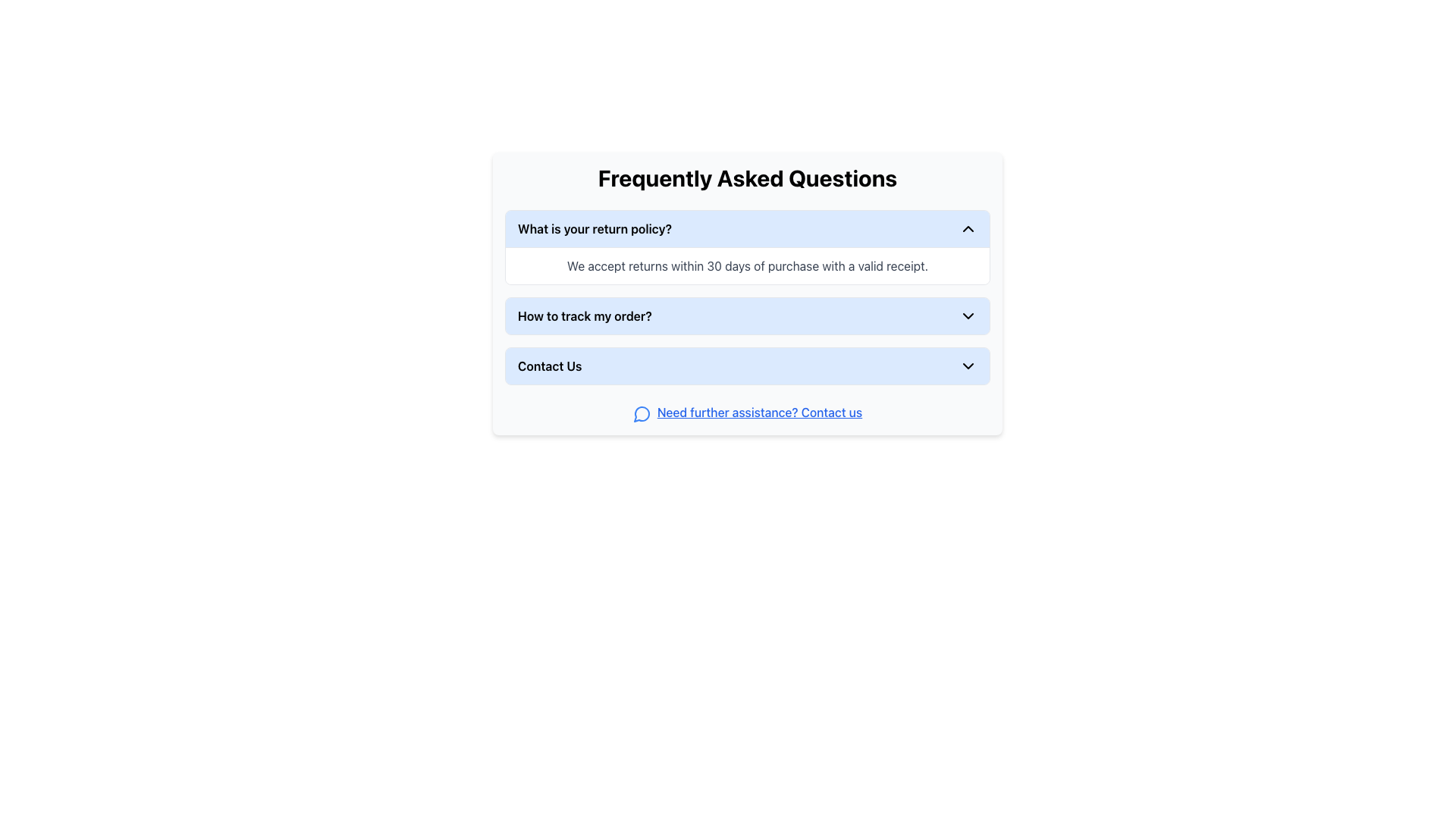 This screenshot has height=819, width=1456. What do you see at coordinates (747, 265) in the screenshot?
I see `the text display that states 'We accept returns within 30 days of purchase with a valid receipt.' located in the answer area of the 'What is your return policy?' card` at bounding box center [747, 265].